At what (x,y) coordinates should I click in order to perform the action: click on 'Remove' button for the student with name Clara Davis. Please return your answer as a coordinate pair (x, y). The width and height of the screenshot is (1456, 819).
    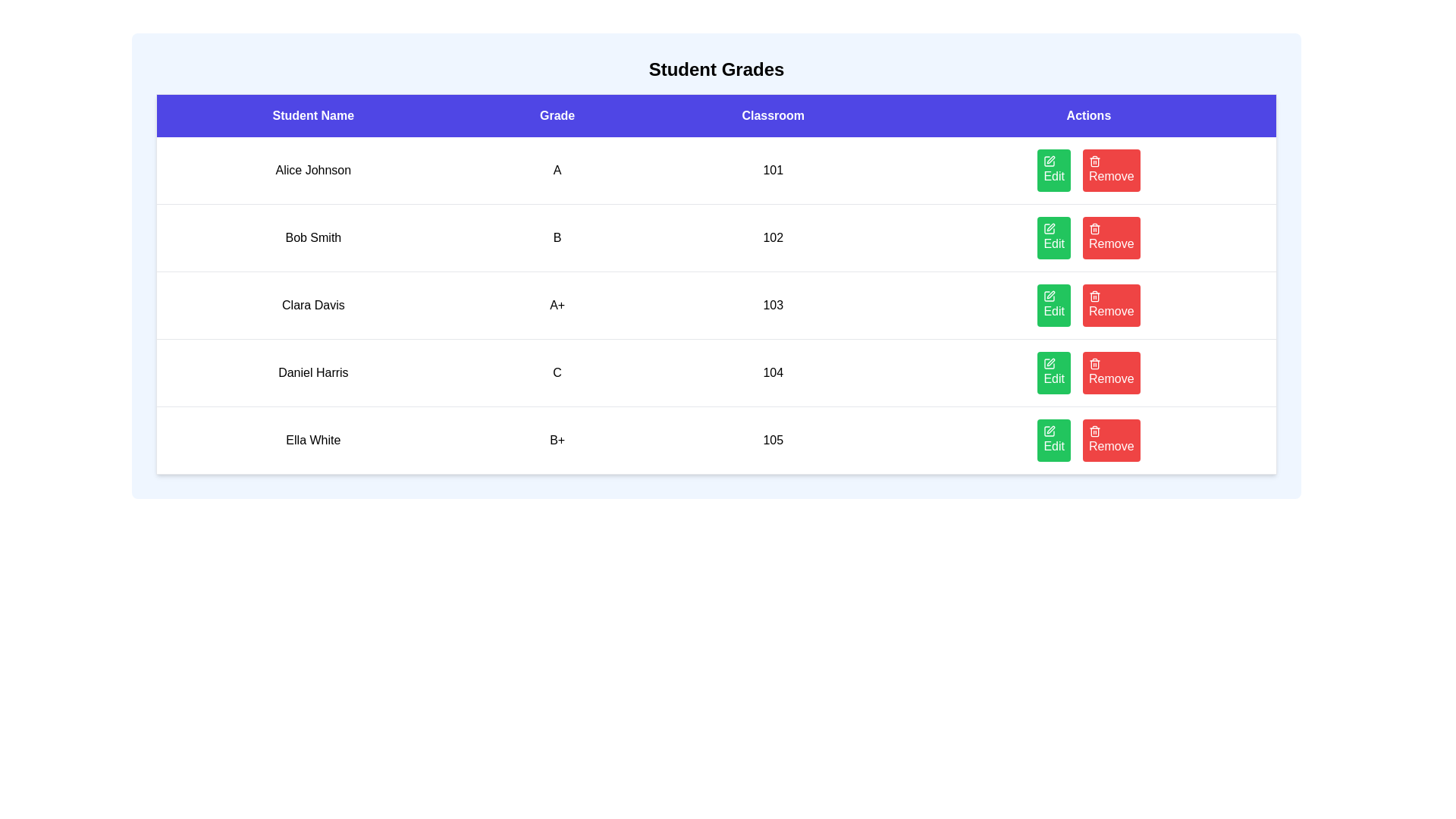
    Looking at the image, I should click on (1111, 305).